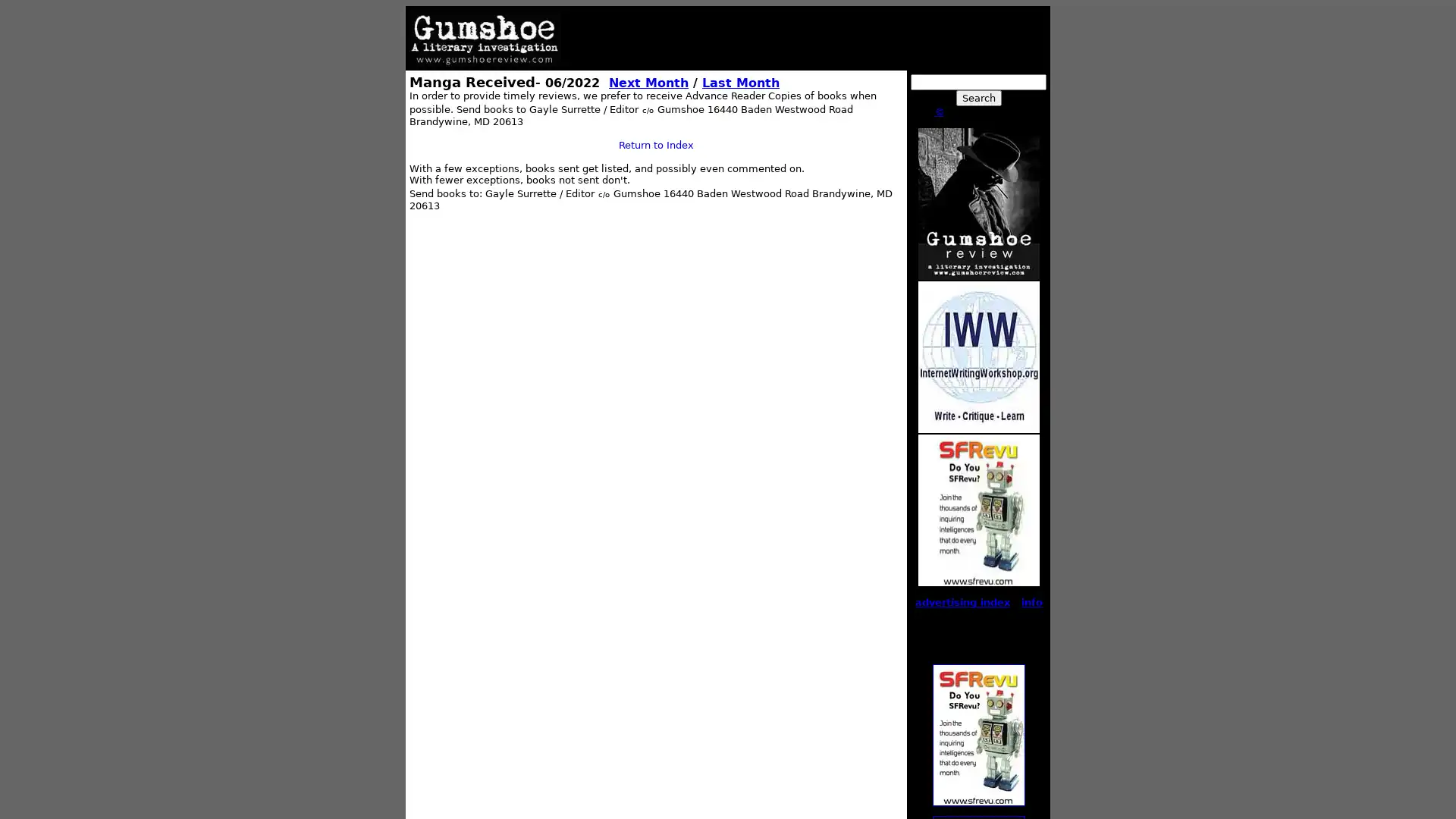 The height and width of the screenshot is (819, 1456). Describe the element at coordinates (978, 97) in the screenshot. I see `Search` at that location.